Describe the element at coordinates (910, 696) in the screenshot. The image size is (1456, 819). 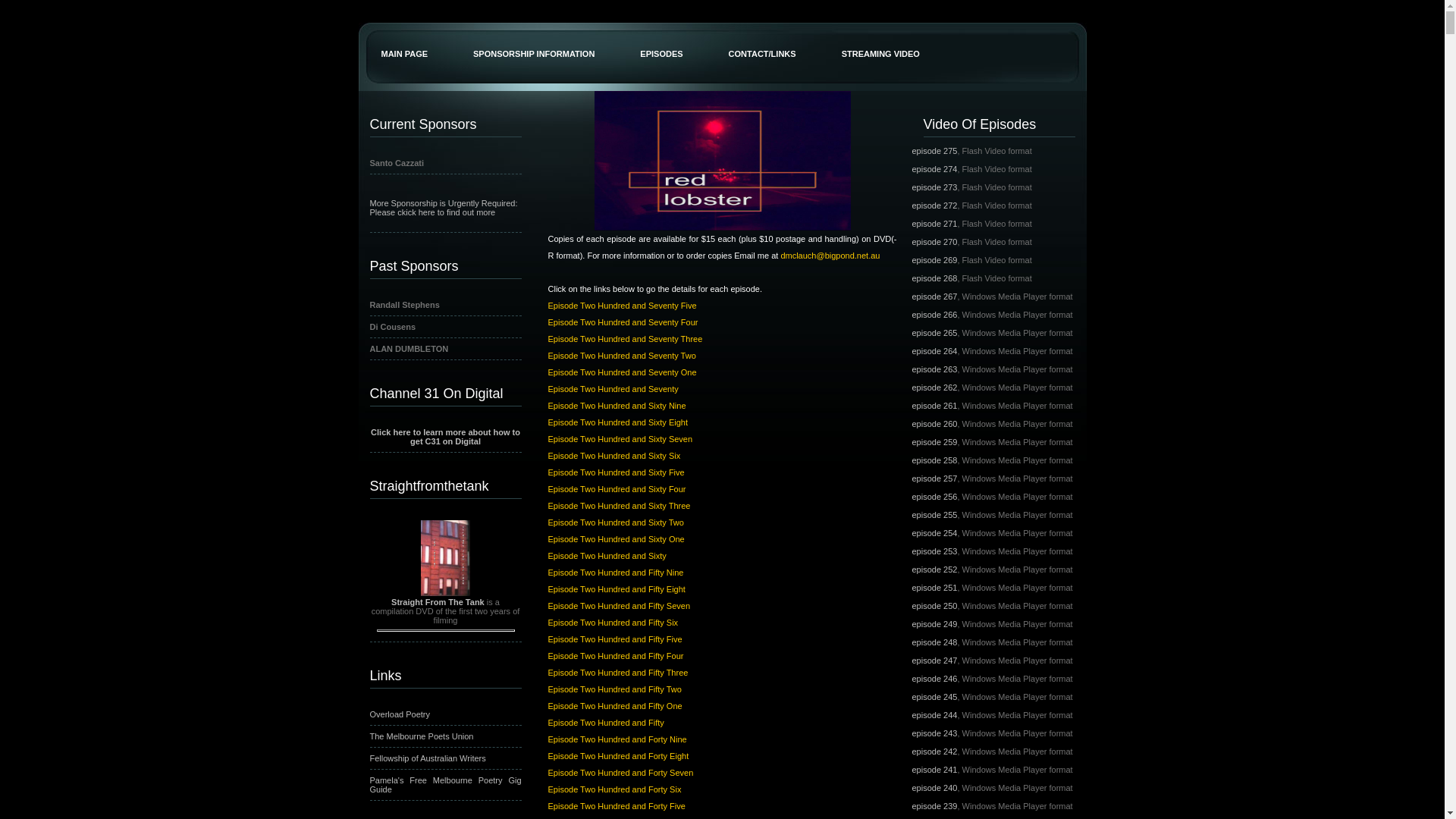
I see `'episode 245'` at that location.